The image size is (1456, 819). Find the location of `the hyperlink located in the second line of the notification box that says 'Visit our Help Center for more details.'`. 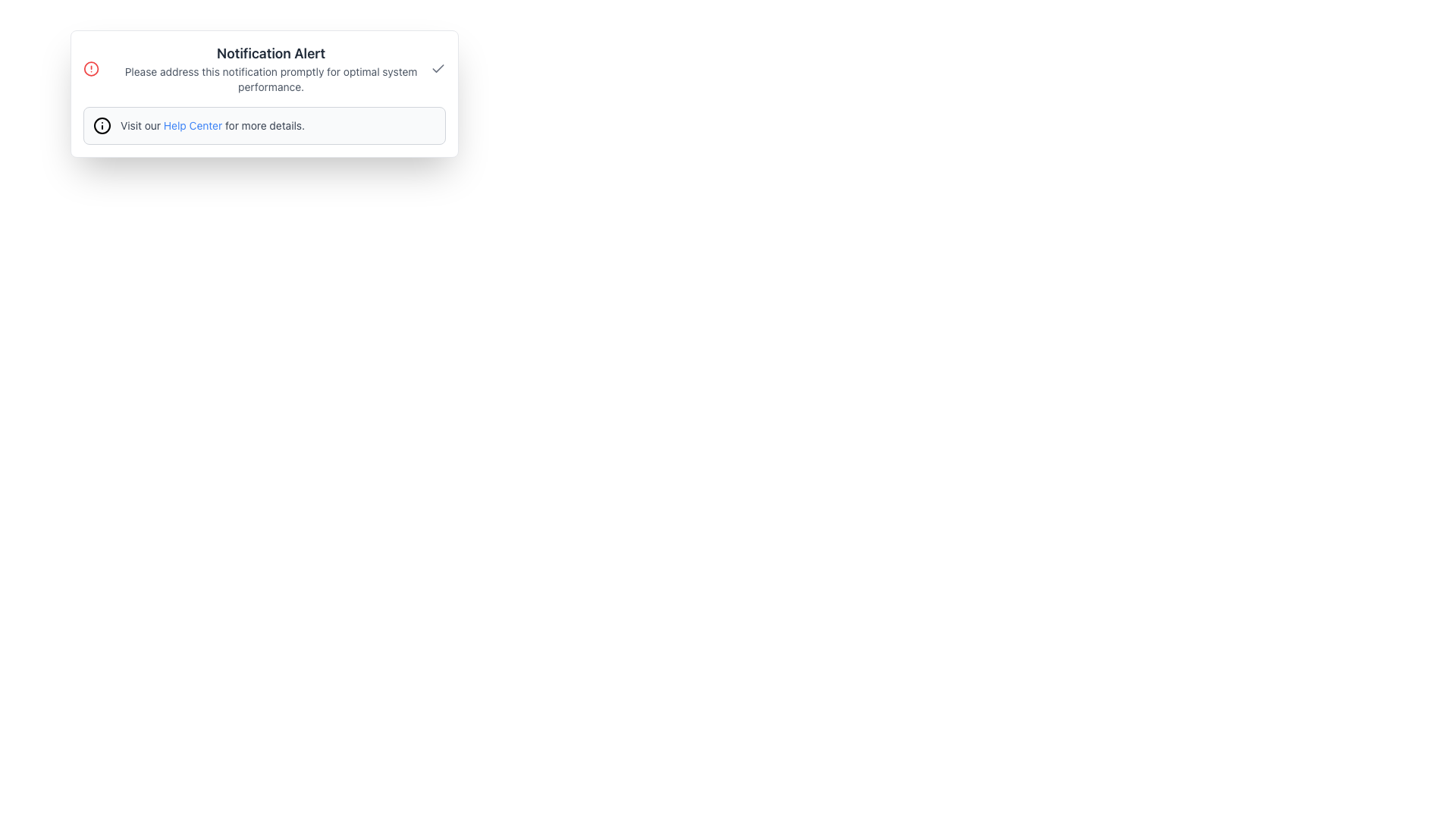

the hyperlink located in the second line of the notification box that says 'Visit our Help Center for more details.' is located at coordinates (192, 124).